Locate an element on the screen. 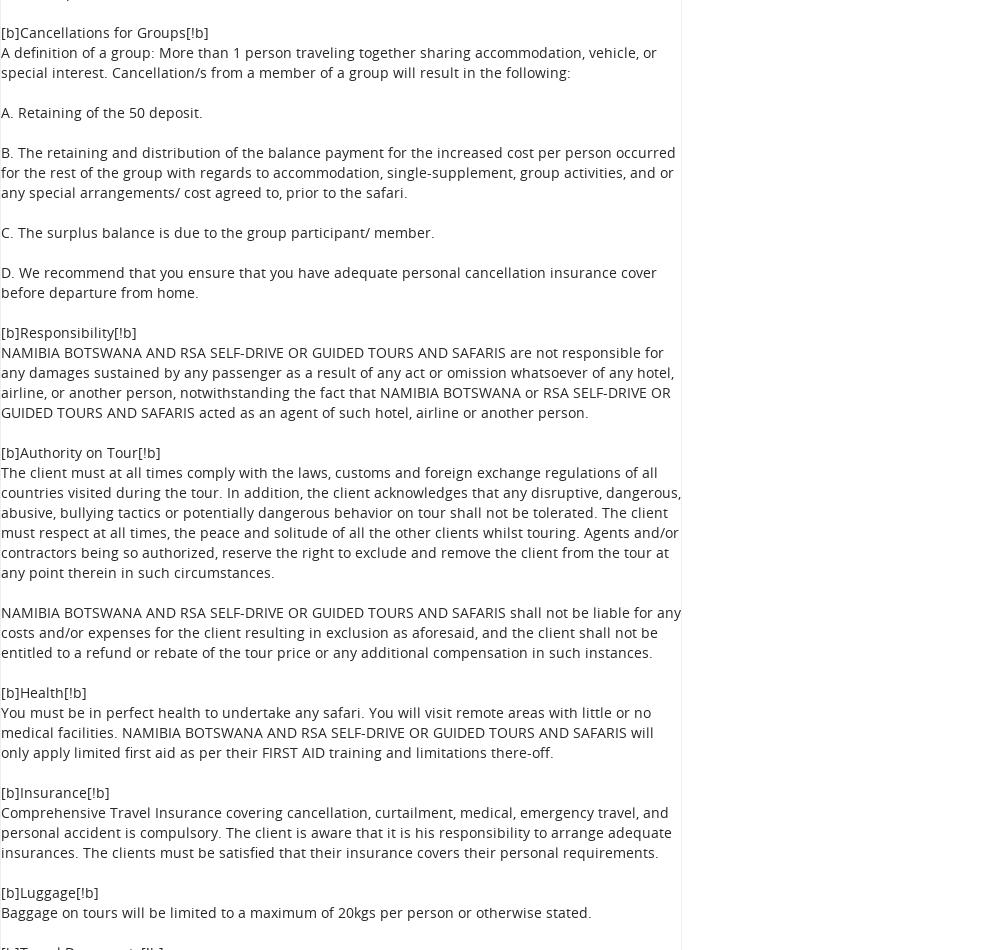  '[b]Responsibility[!b]' is located at coordinates (69, 331).